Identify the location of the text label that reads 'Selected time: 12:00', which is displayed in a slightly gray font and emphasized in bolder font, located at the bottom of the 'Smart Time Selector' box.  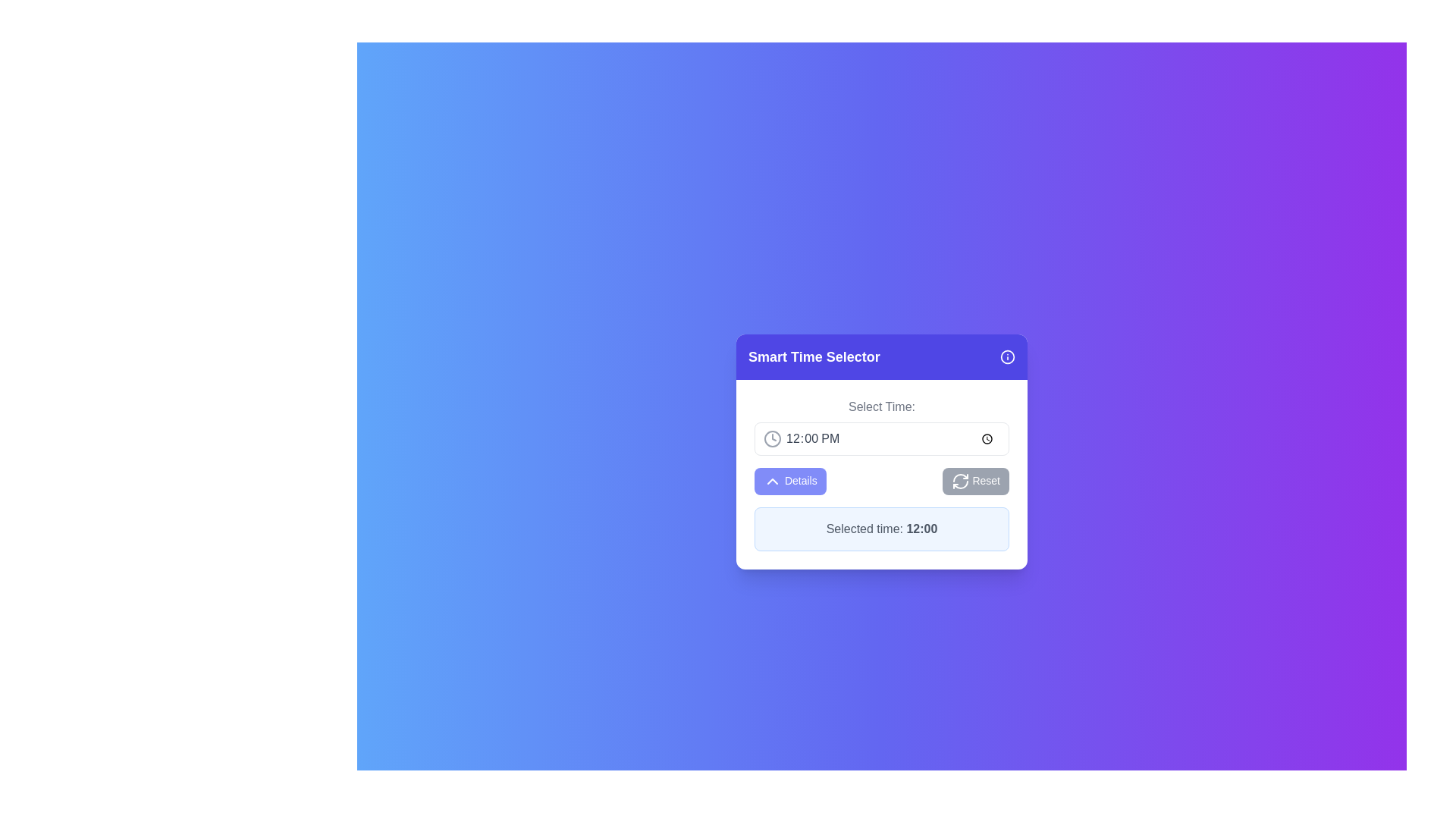
(881, 529).